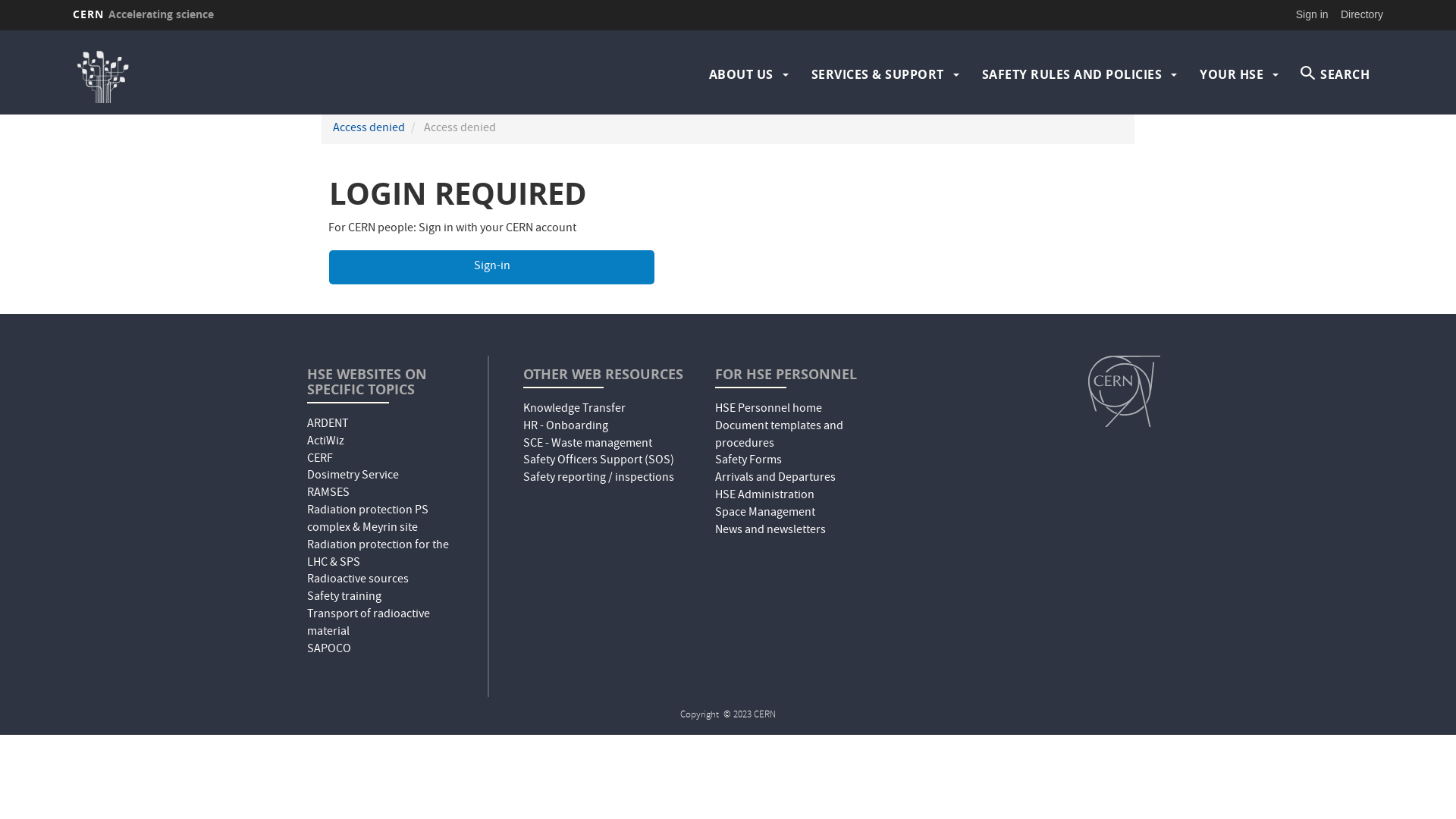 The width and height of the screenshot is (1456, 819). Describe the element at coordinates (564, 427) in the screenshot. I see `'HR - Onboarding'` at that location.